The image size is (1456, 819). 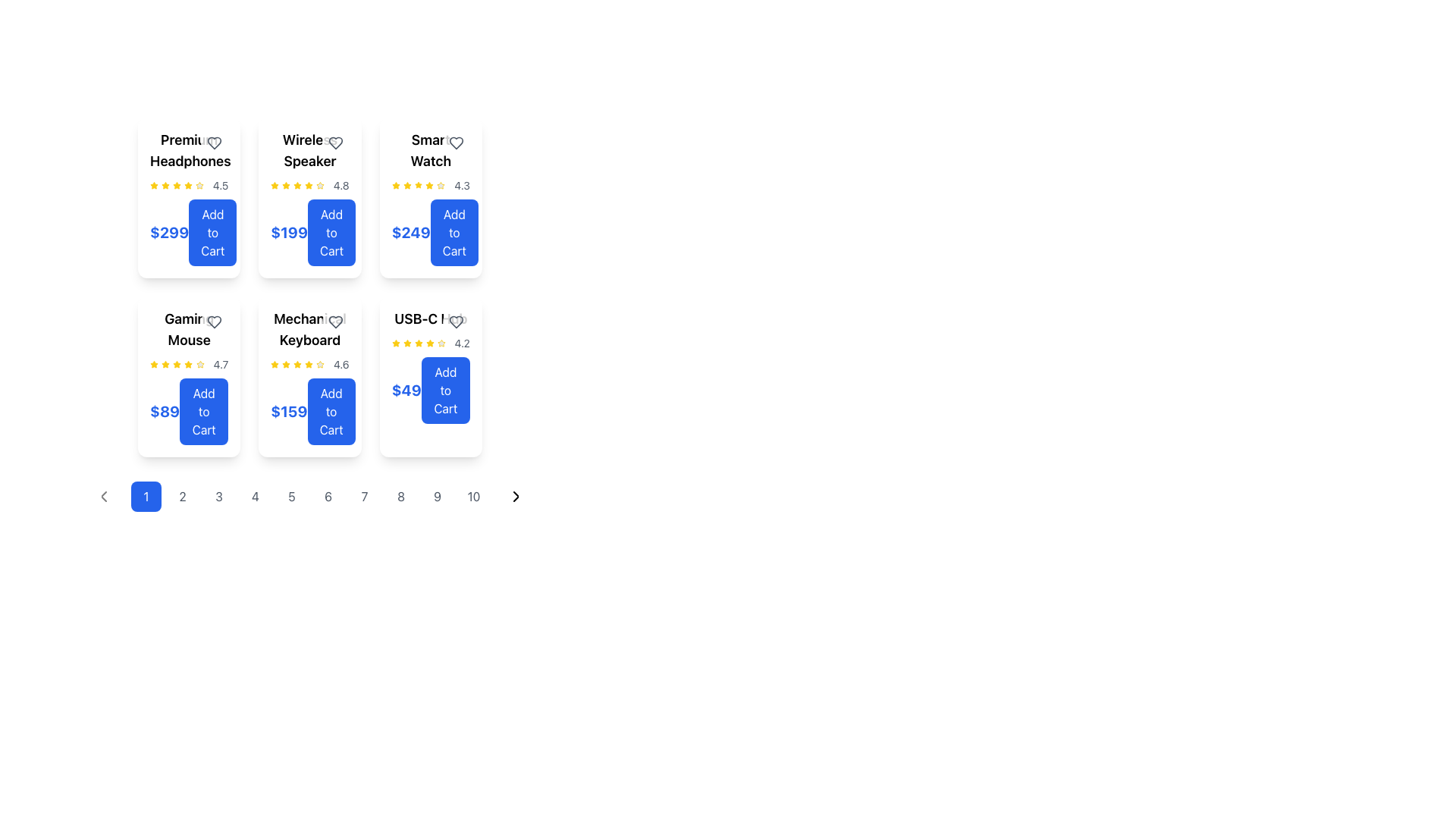 I want to click on the first star icon in the five-star rating system for the 'Smart Watch' product, which visually denotes a rating of 4.3, so click(x=396, y=185).